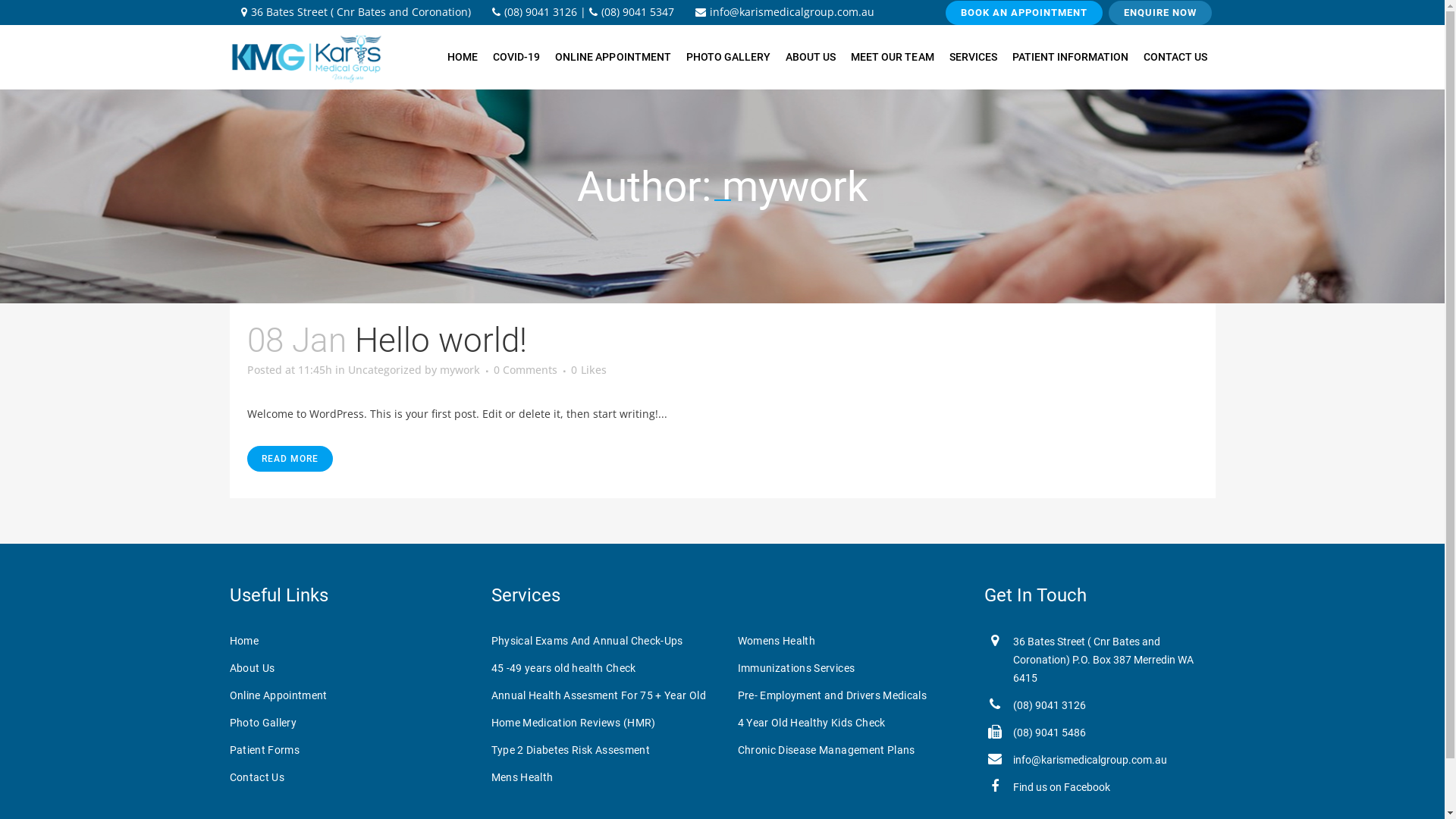 The height and width of the screenshot is (819, 1456). I want to click on 'info@karismedicalgroup.com.au', so click(783, 11).